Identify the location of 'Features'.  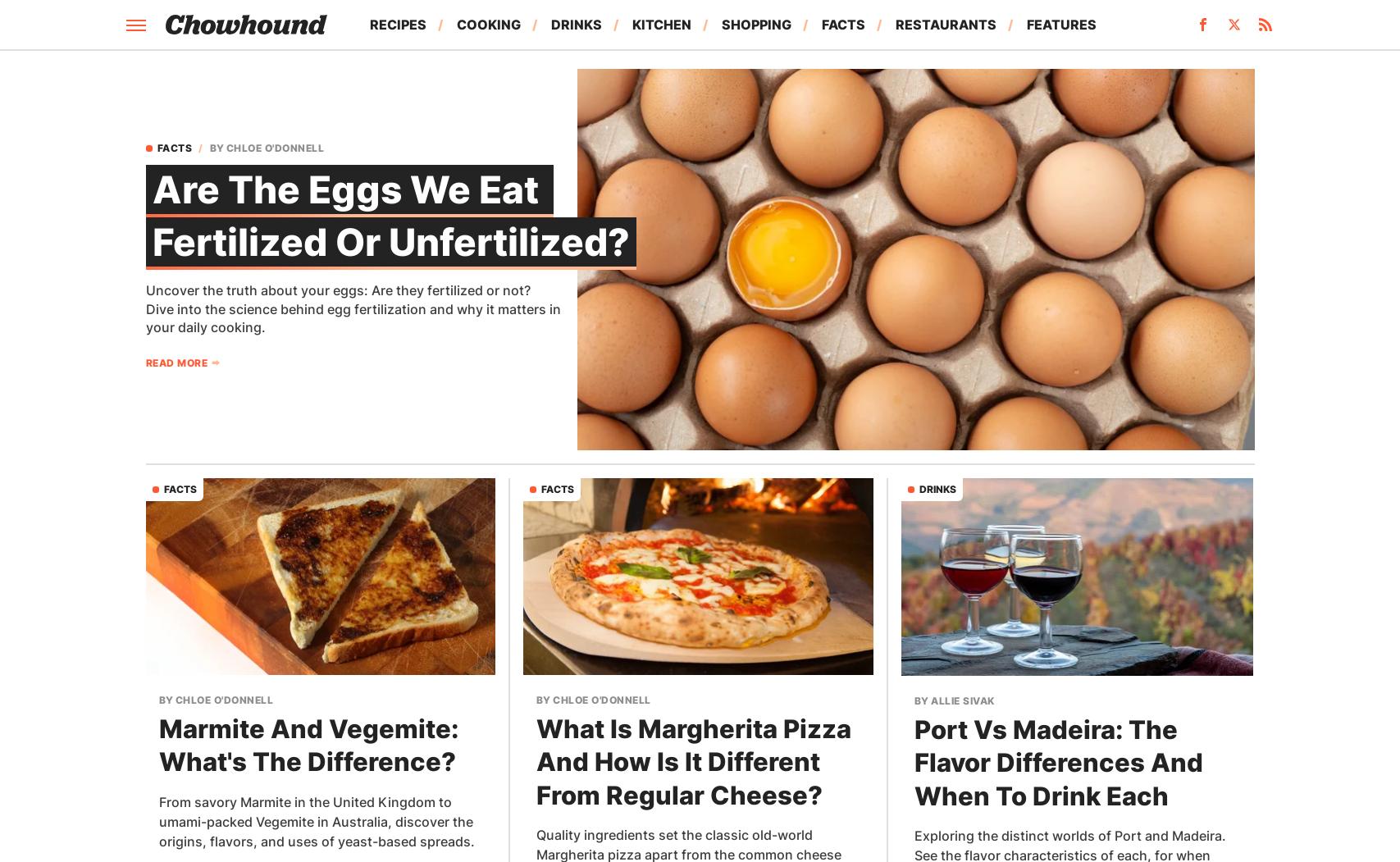
(1060, 24).